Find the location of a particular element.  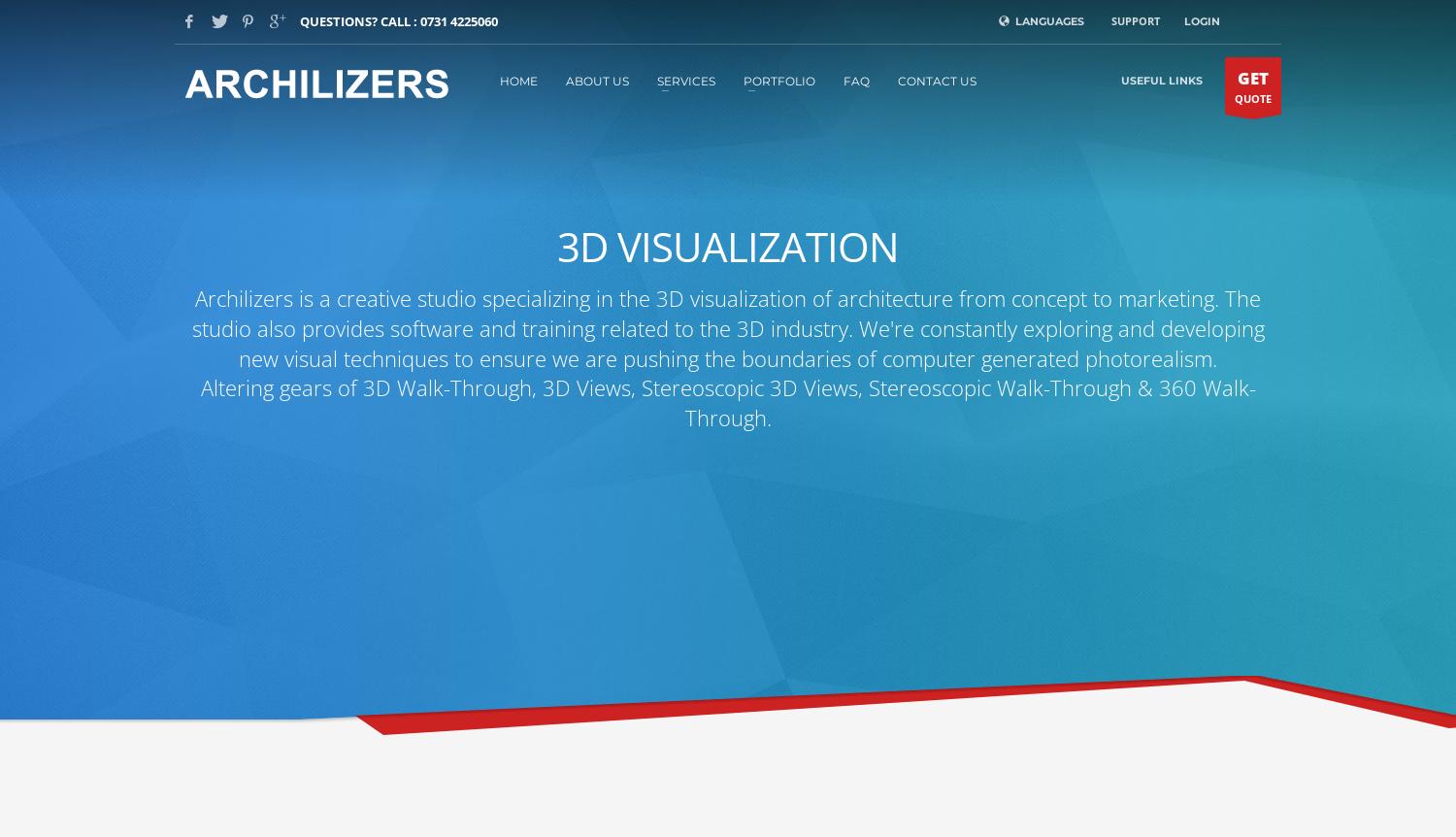

'PORTFOLIO' is located at coordinates (778, 79).